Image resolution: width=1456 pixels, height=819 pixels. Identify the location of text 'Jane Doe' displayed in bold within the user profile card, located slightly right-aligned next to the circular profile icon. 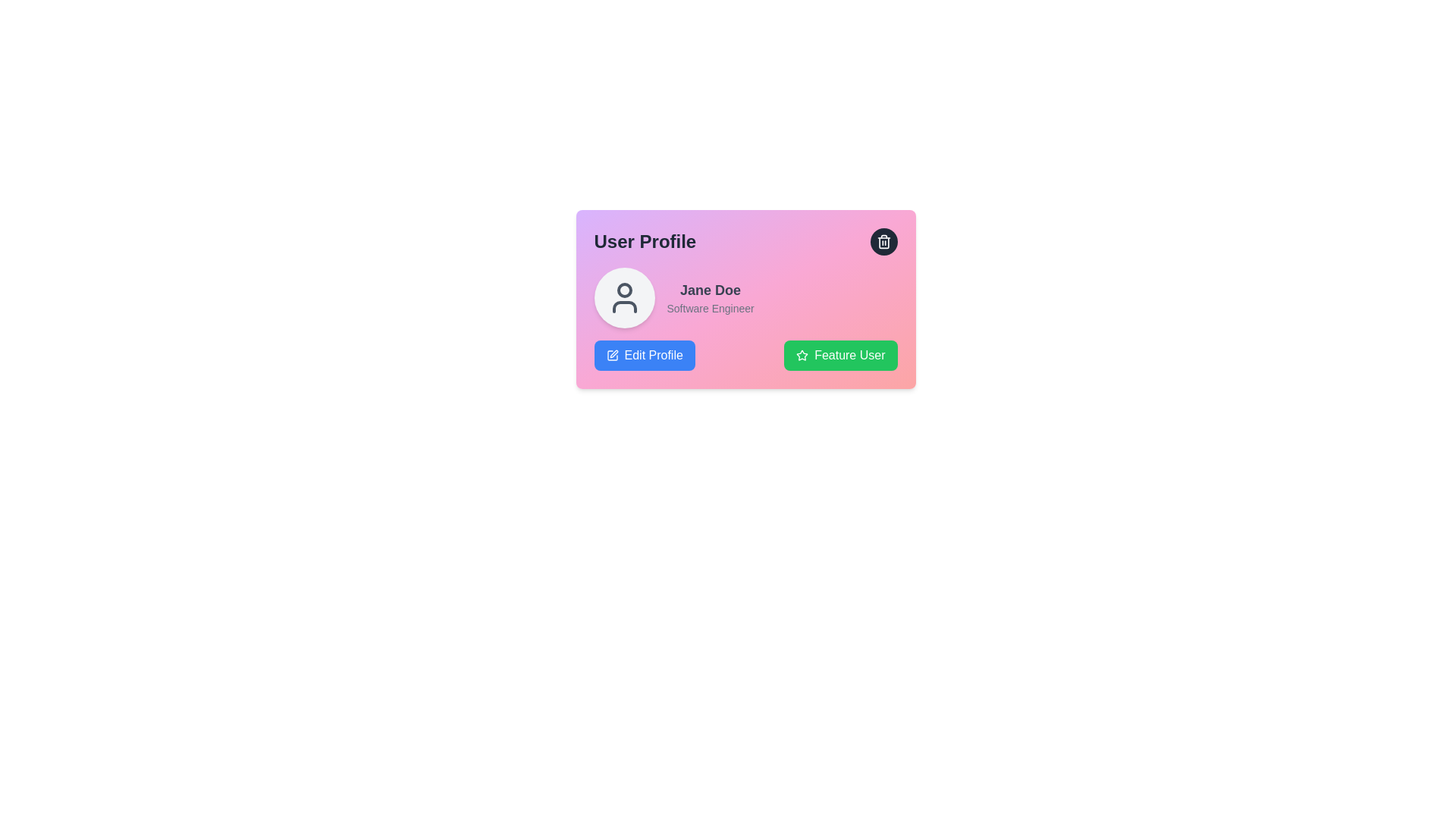
(710, 298).